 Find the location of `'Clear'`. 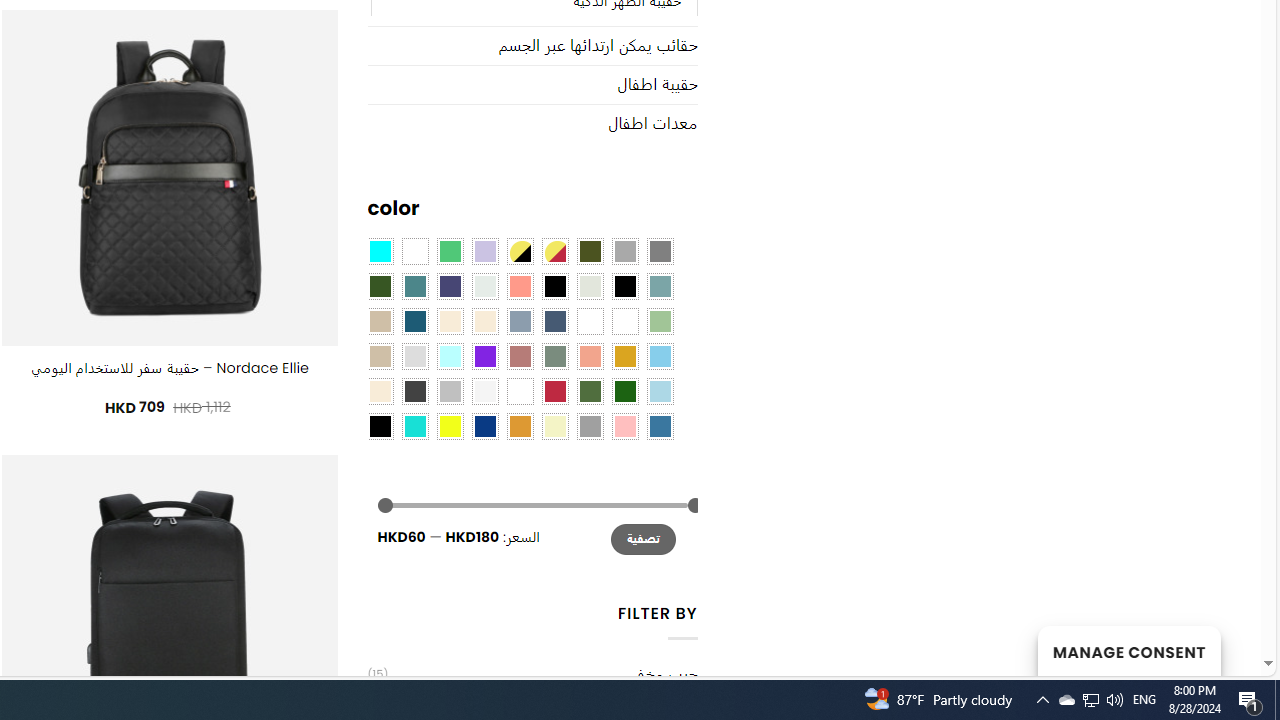

'Clear' is located at coordinates (413, 250).